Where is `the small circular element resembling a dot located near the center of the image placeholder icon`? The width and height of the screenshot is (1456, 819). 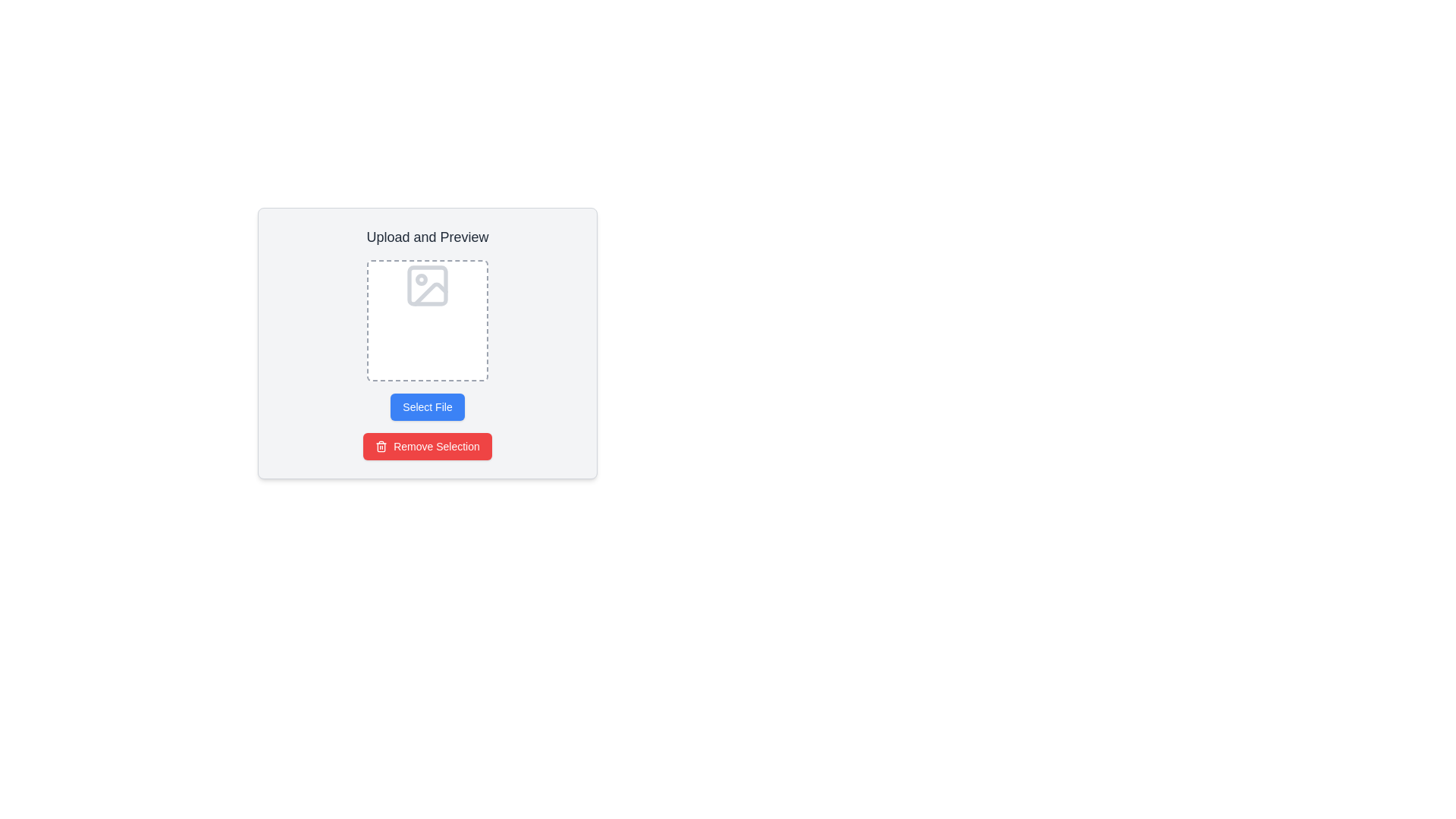
the small circular element resembling a dot located near the center of the image placeholder icon is located at coordinates (422, 280).